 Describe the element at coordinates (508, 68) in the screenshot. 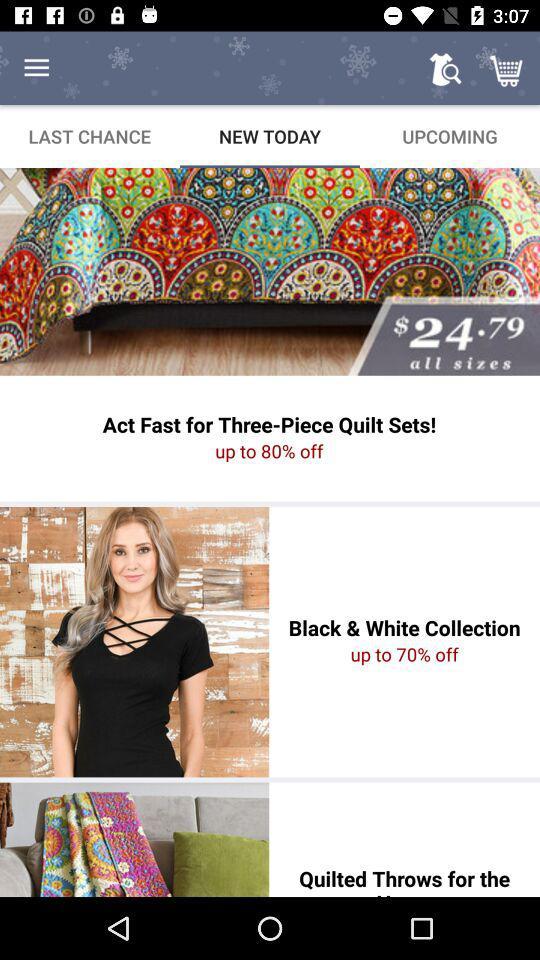

I see `the item above the upcoming` at that location.